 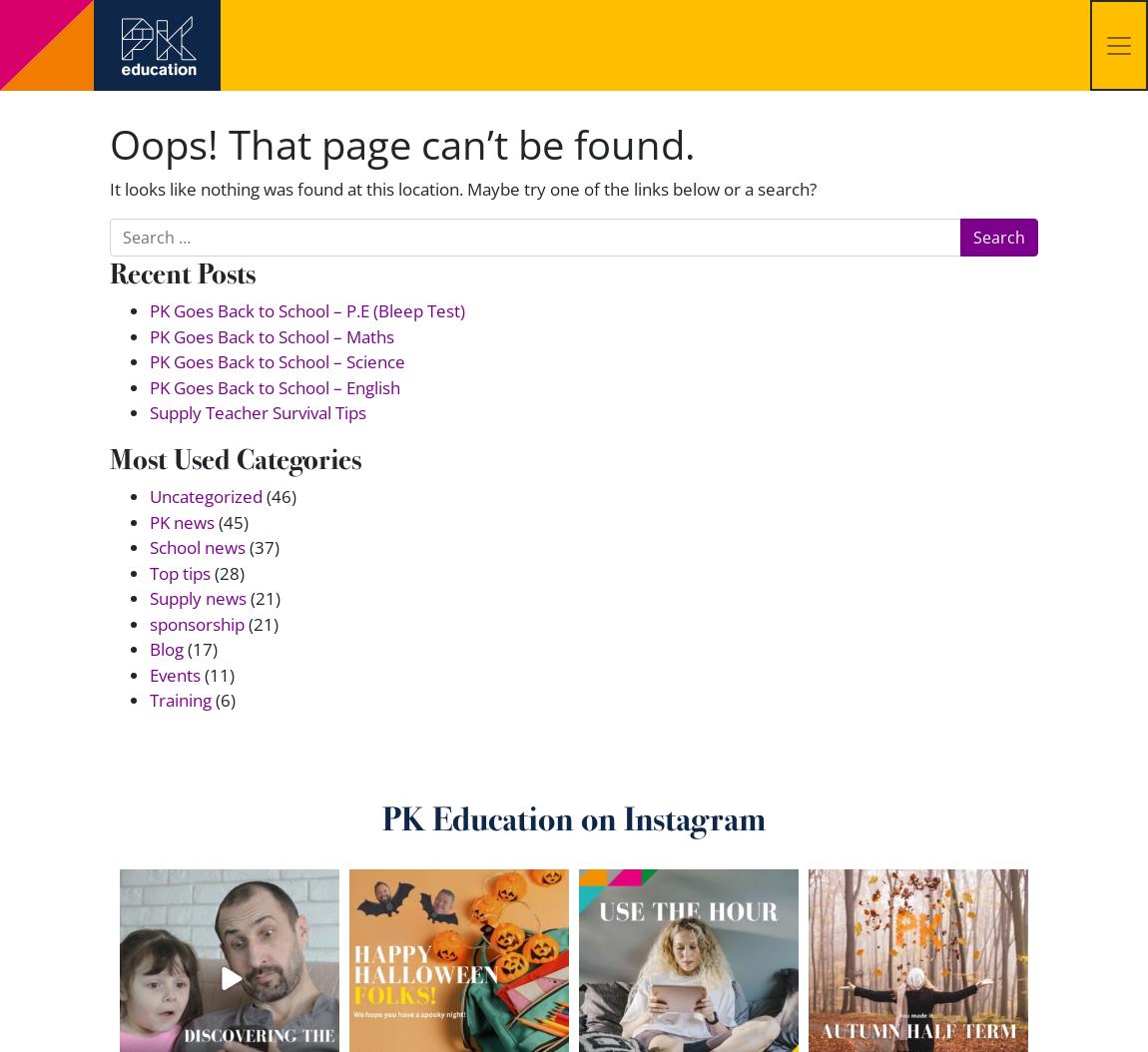 What do you see at coordinates (205, 495) in the screenshot?
I see `'Uncategorized'` at bounding box center [205, 495].